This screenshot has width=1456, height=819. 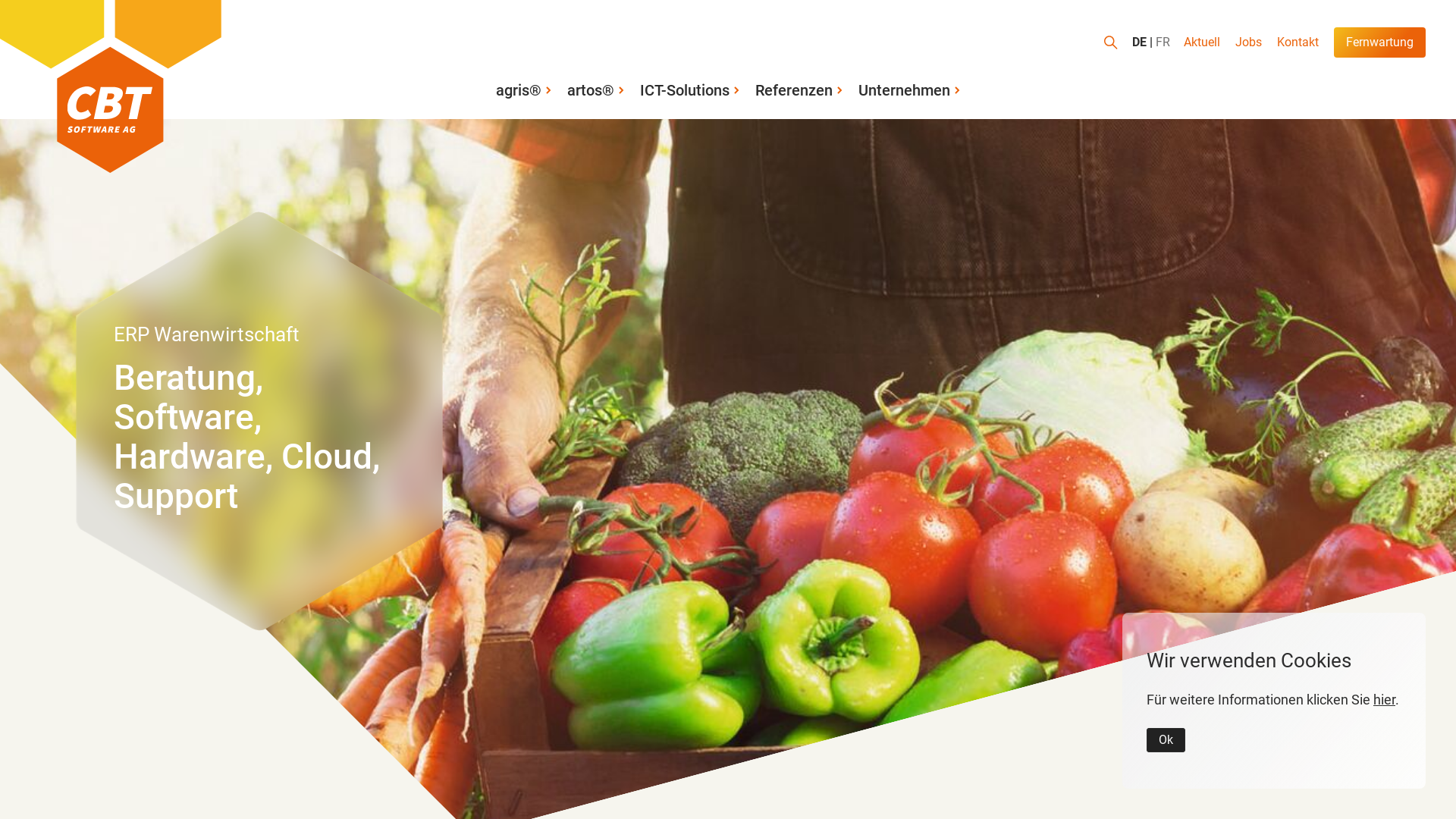 What do you see at coordinates (1154, 42) in the screenshot?
I see `'FR'` at bounding box center [1154, 42].